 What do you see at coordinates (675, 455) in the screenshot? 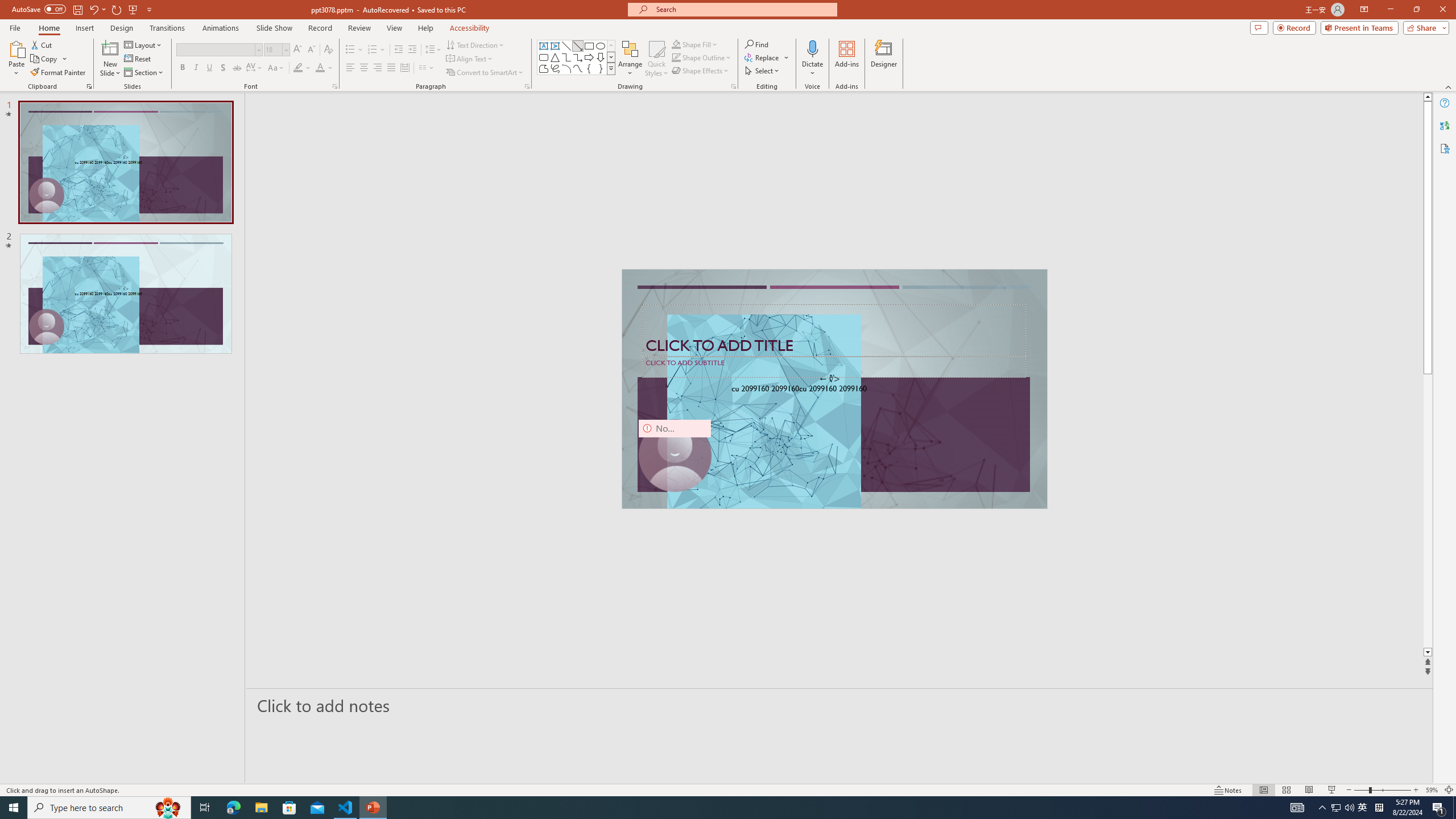
I see `'Camera 9, No camera detected.'` at bounding box center [675, 455].